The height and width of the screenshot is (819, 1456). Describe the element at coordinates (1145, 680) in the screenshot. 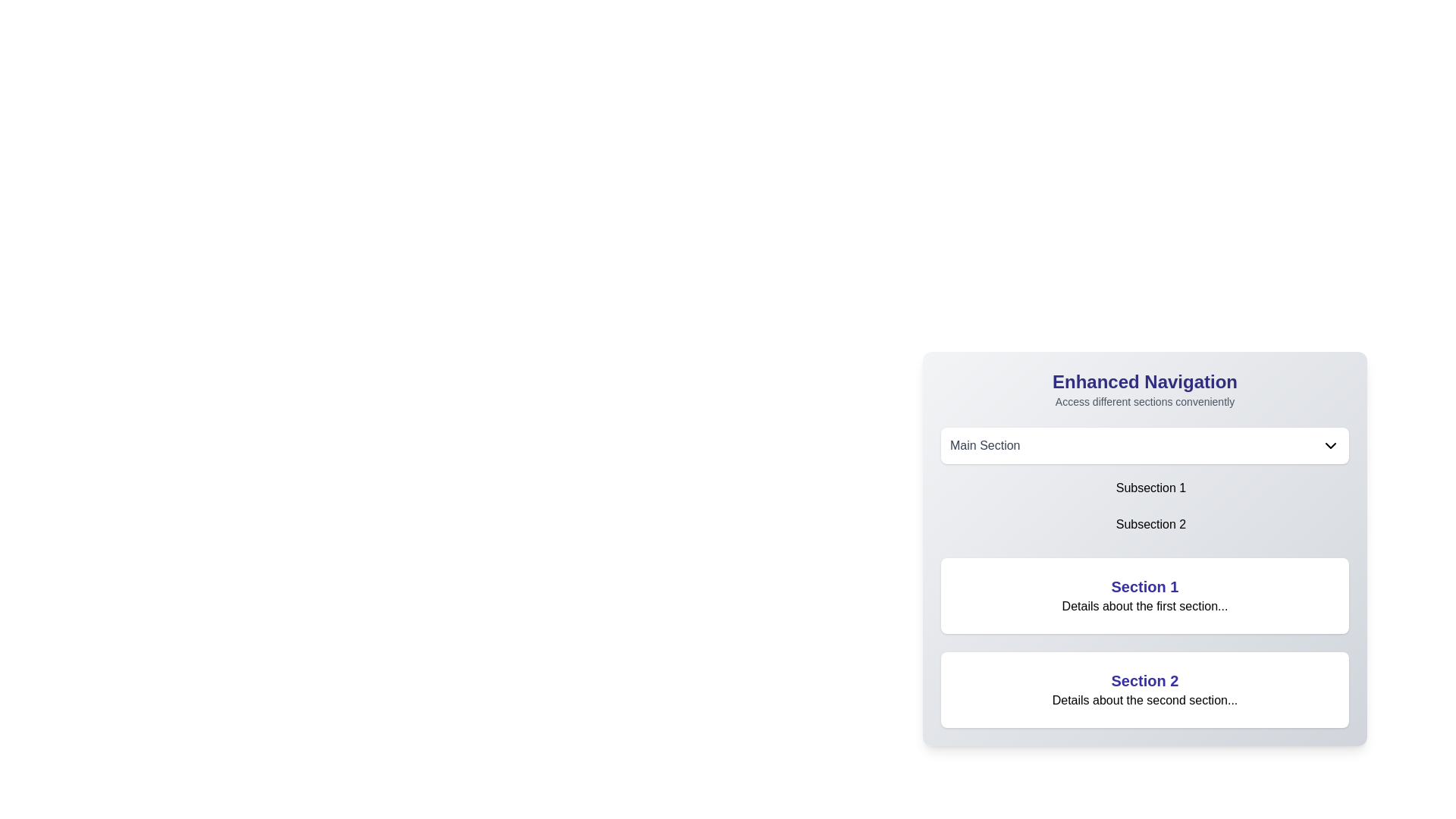

I see `text heading located at the bottom section of the 'Section 2' card, which serves as a title for the associated content` at that location.